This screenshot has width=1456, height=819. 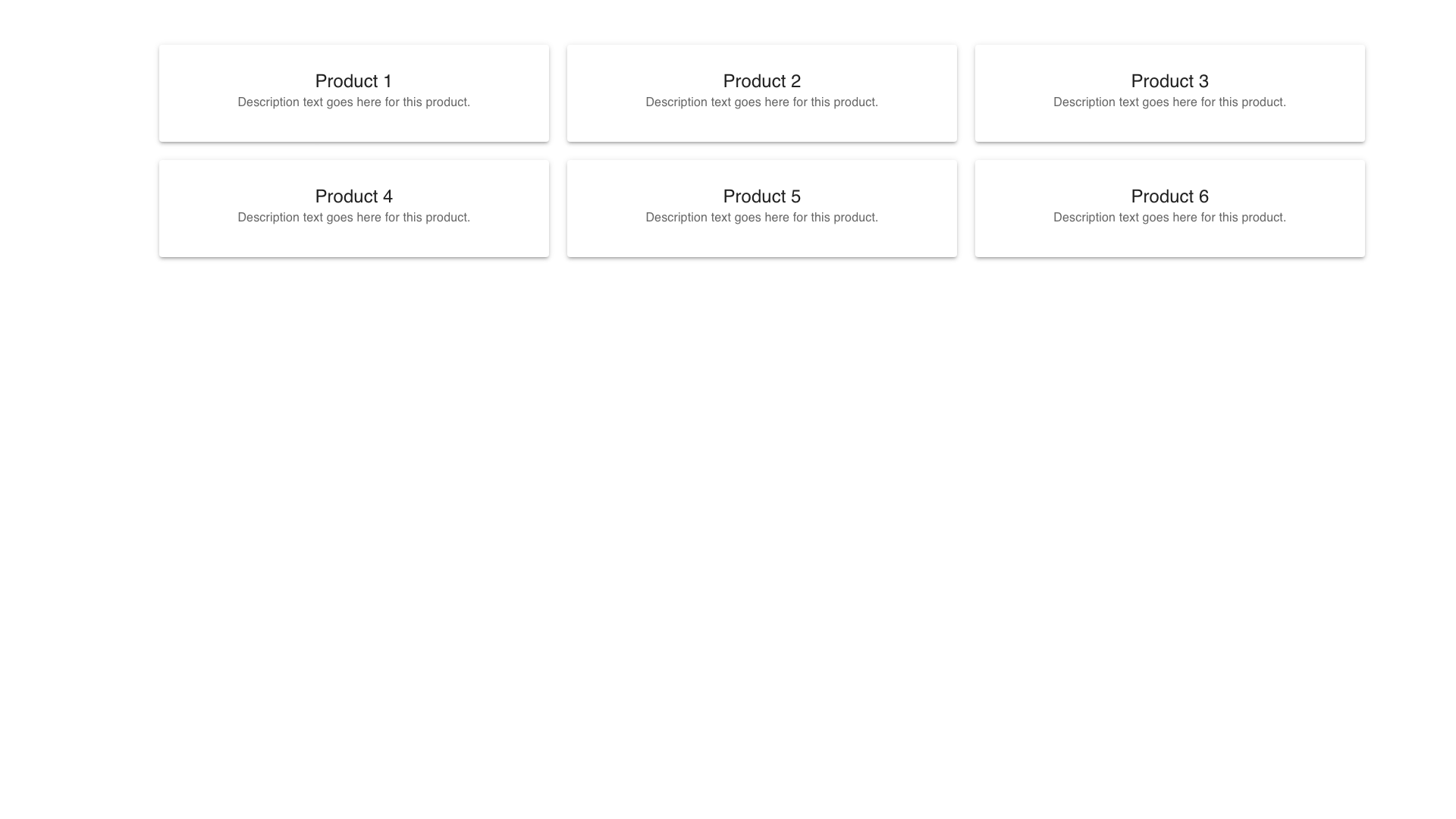 What do you see at coordinates (1169, 195) in the screenshot?
I see `the text label that identifies the product in the bottom-right position of a 2x3 grid layout of cards, which is the last card in the structure` at bounding box center [1169, 195].